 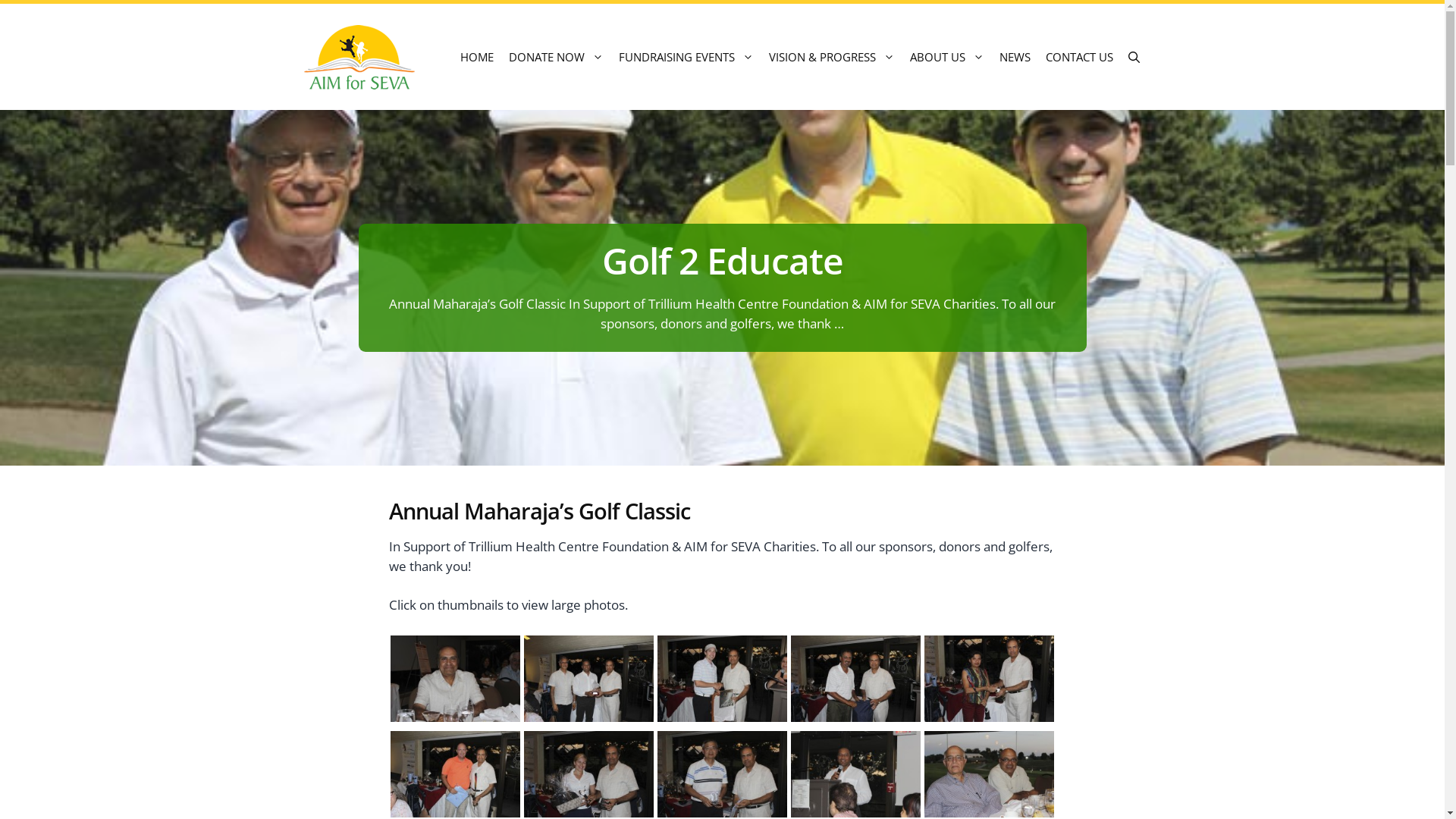 I want to click on 'DONATE NOW', so click(x=500, y=55).